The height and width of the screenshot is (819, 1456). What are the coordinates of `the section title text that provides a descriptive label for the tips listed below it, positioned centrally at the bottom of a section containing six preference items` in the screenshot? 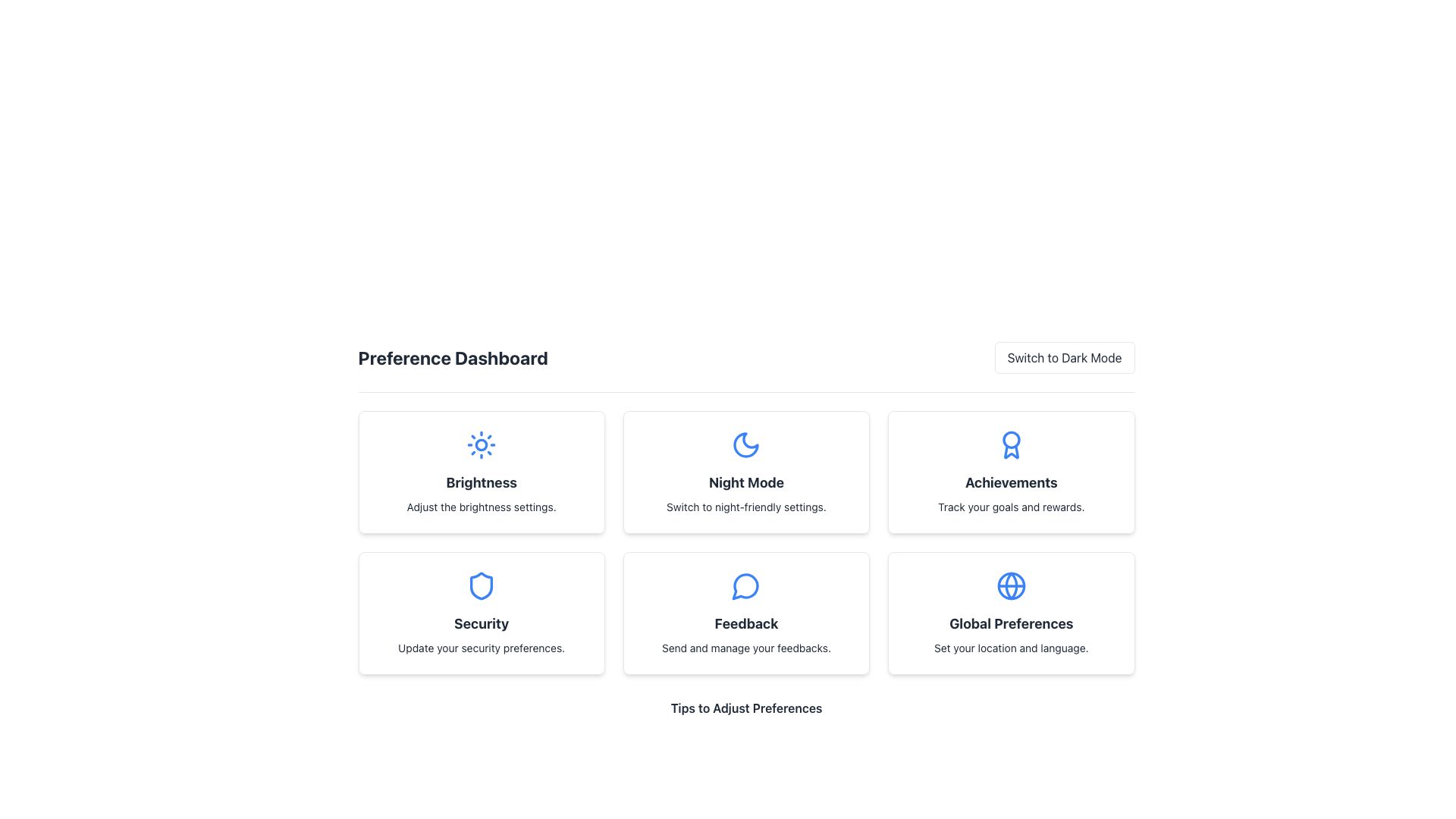 It's located at (746, 708).